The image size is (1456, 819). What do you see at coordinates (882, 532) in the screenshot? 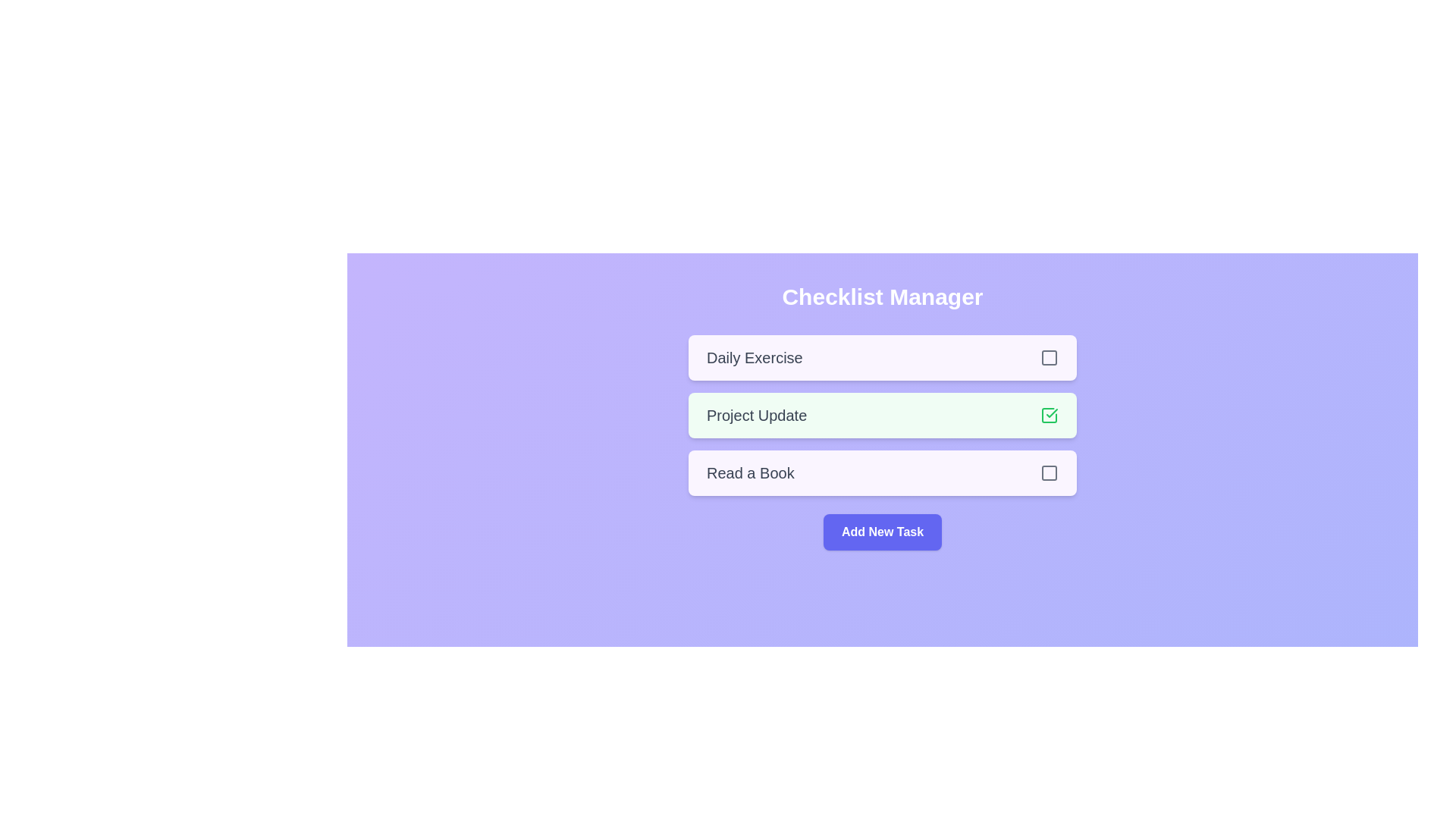
I see `the 'Add New Task' button to add a new task` at bounding box center [882, 532].